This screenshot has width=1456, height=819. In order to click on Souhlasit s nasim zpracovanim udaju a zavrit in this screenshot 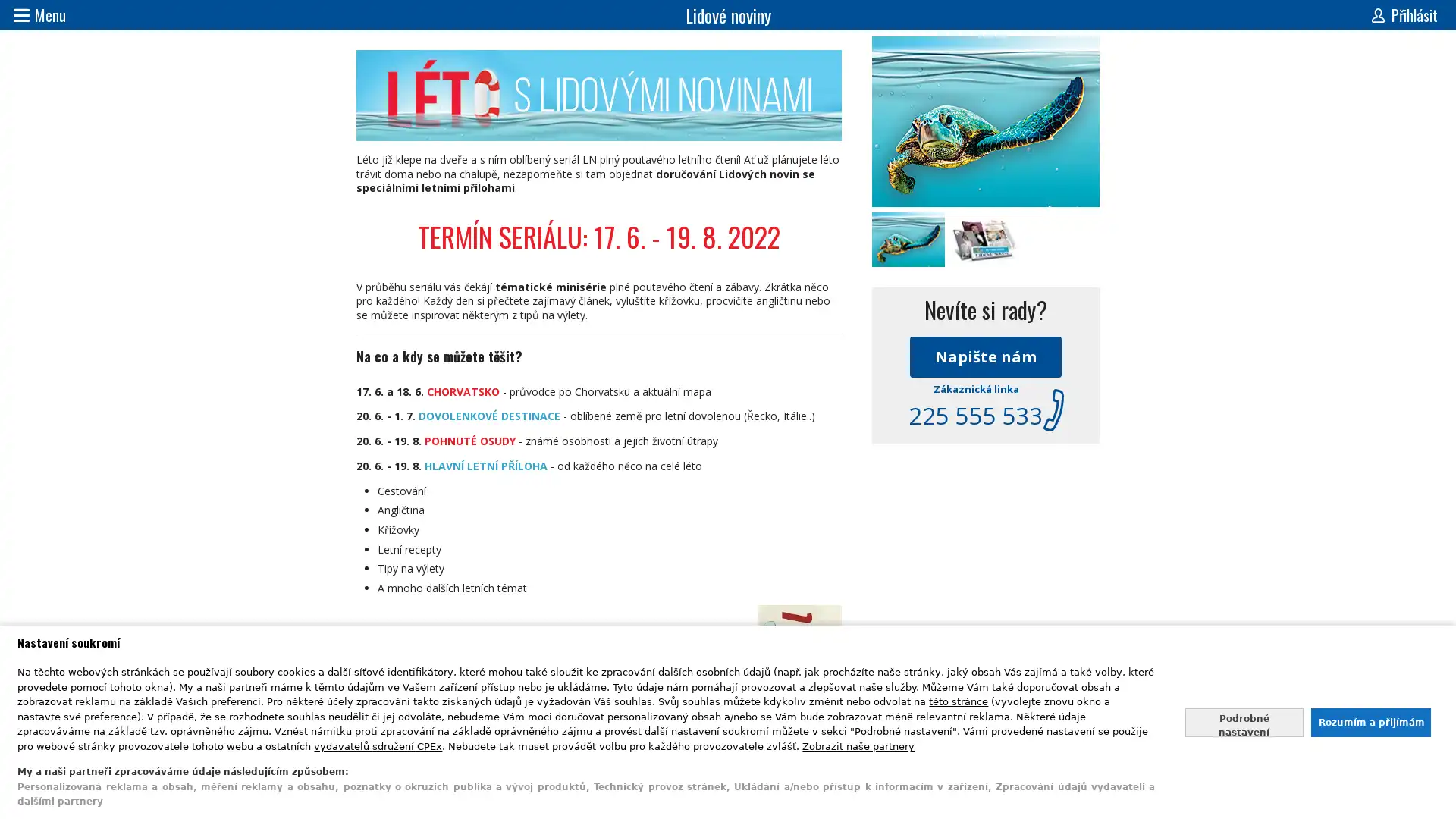, I will do `click(1370, 721)`.